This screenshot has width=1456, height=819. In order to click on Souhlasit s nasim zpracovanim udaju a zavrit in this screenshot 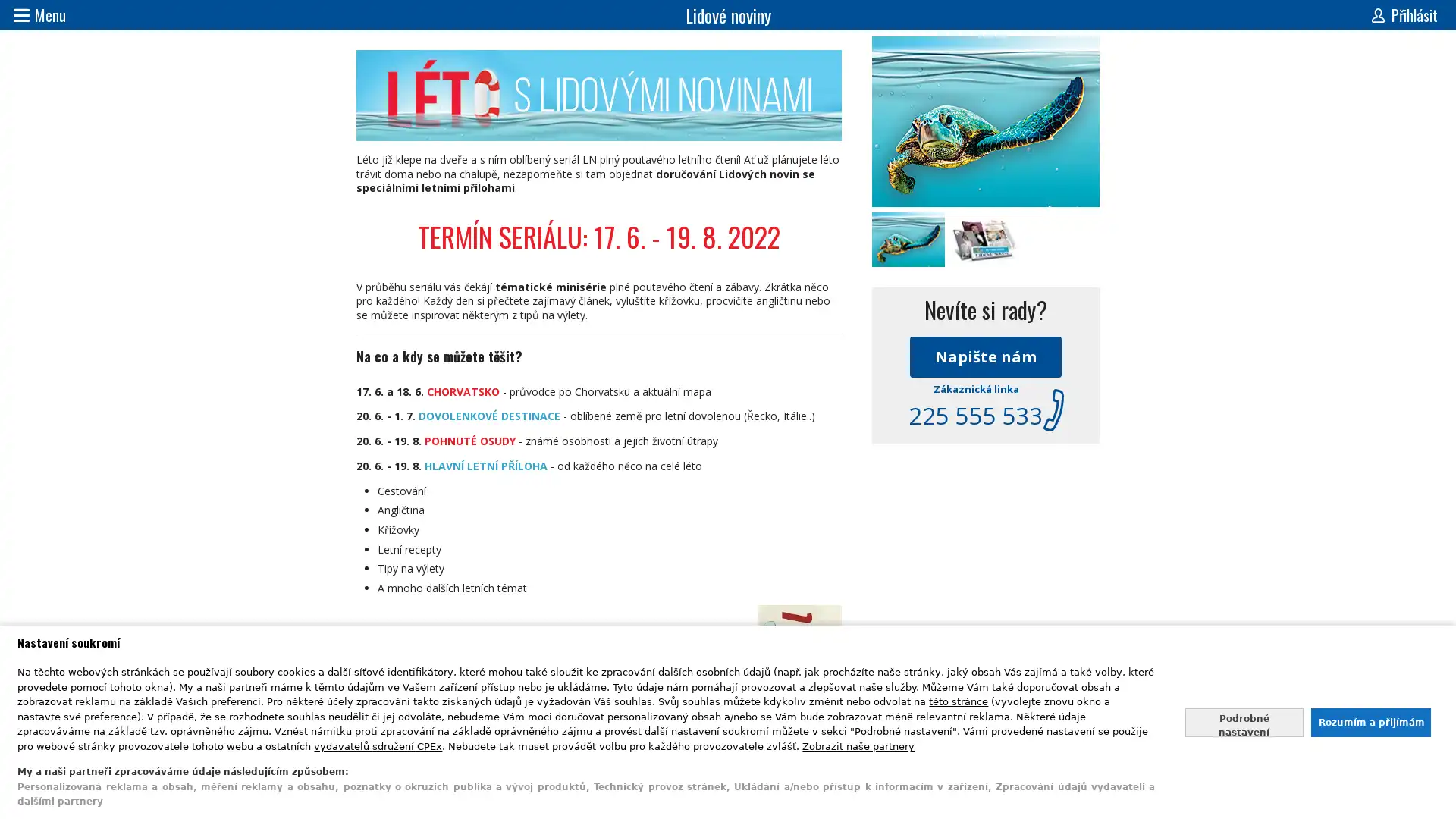, I will do `click(1370, 721)`.